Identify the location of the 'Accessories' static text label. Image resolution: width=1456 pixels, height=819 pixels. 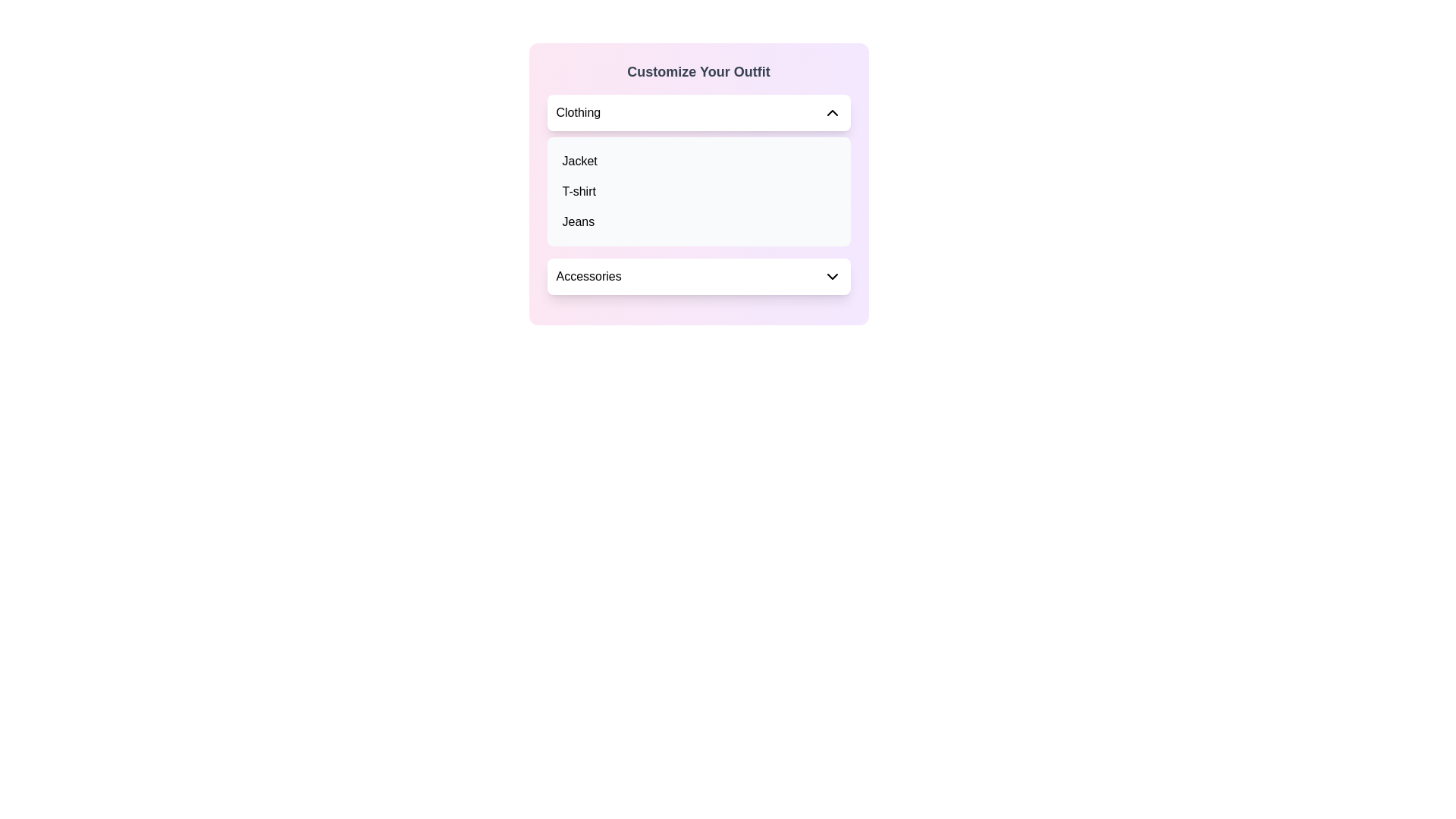
(588, 277).